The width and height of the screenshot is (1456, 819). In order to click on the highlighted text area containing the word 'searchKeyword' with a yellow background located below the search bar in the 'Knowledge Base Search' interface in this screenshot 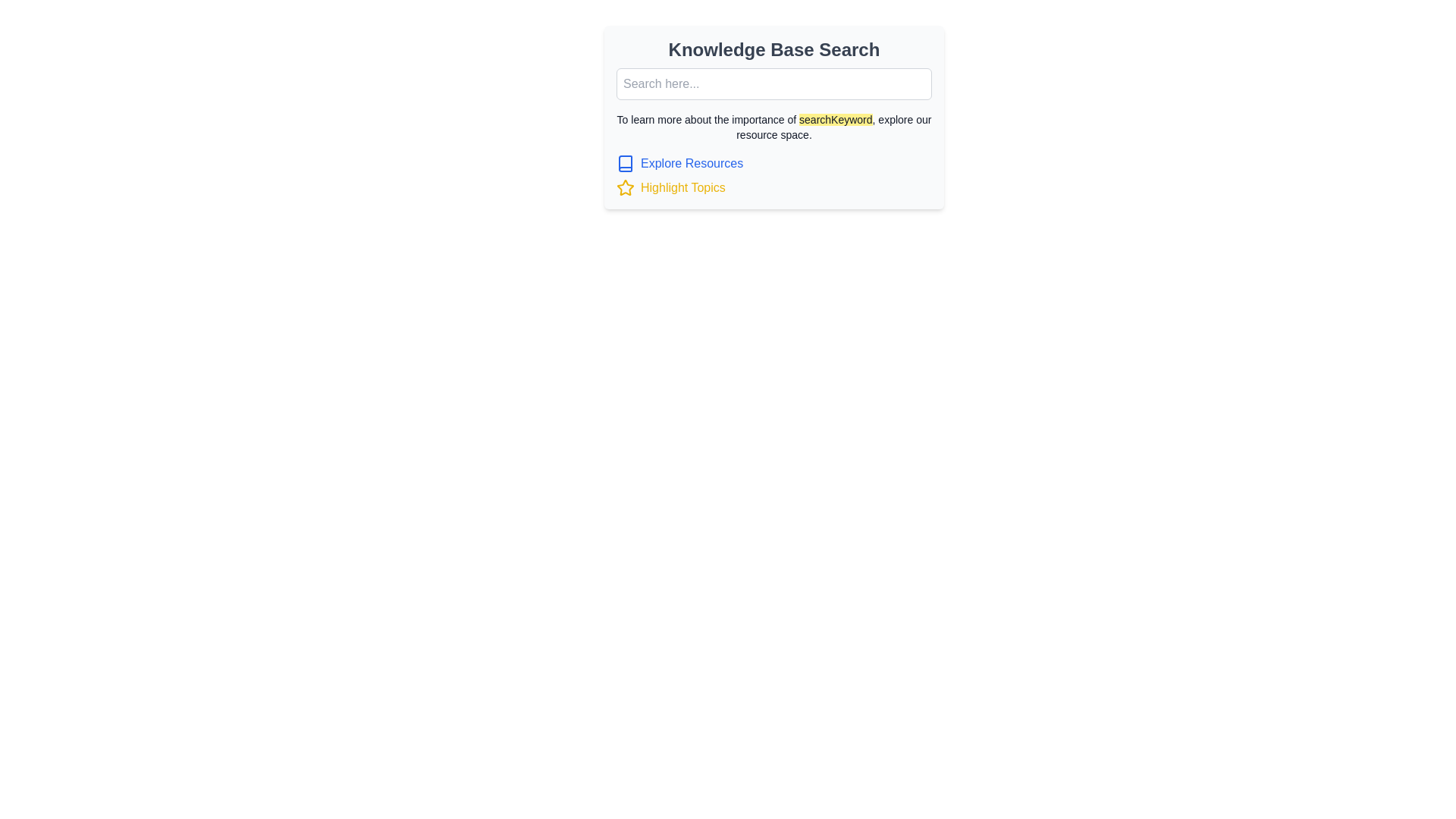, I will do `click(835, 119)`.